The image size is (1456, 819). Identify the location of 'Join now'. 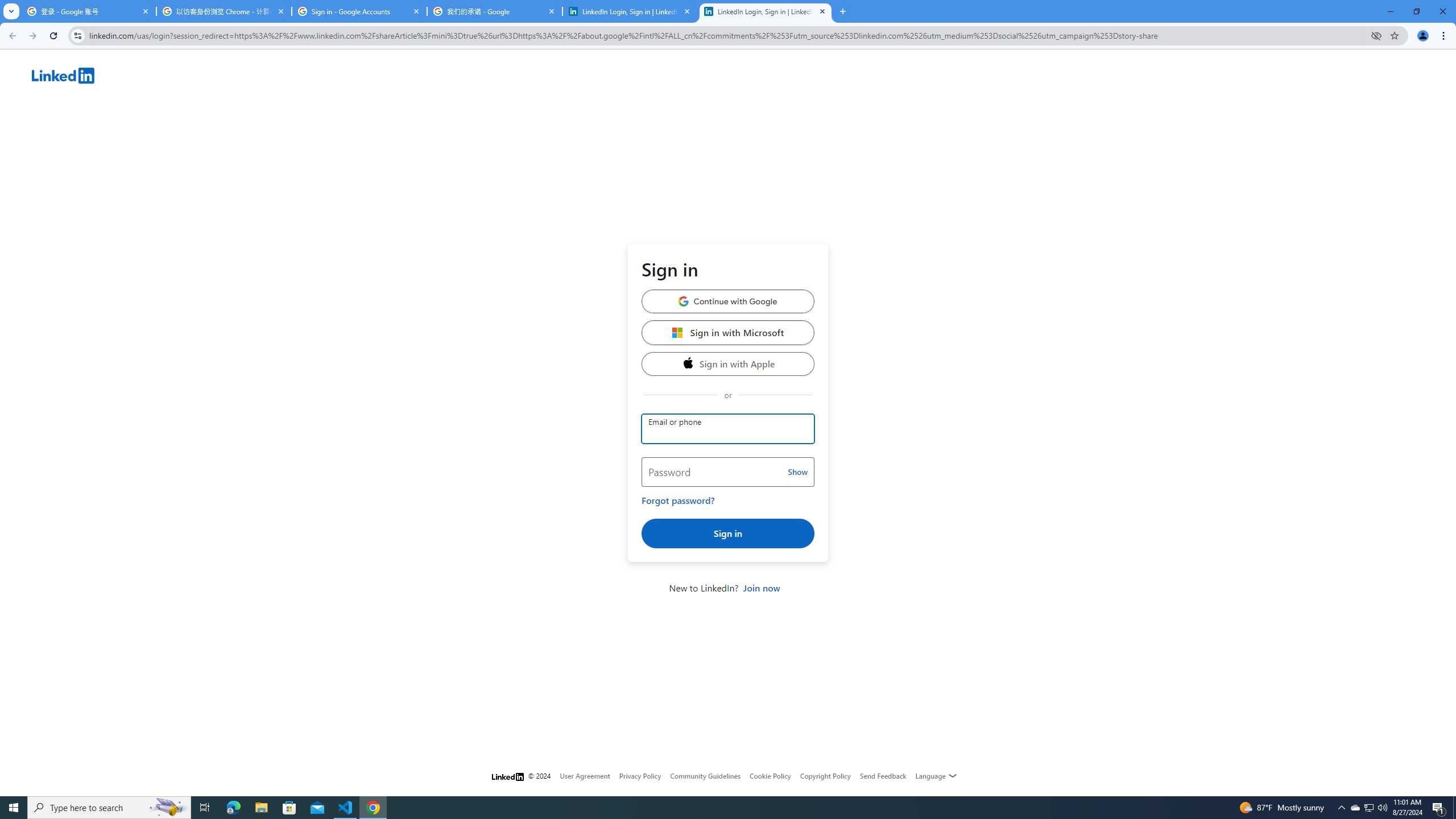
(760, 588).